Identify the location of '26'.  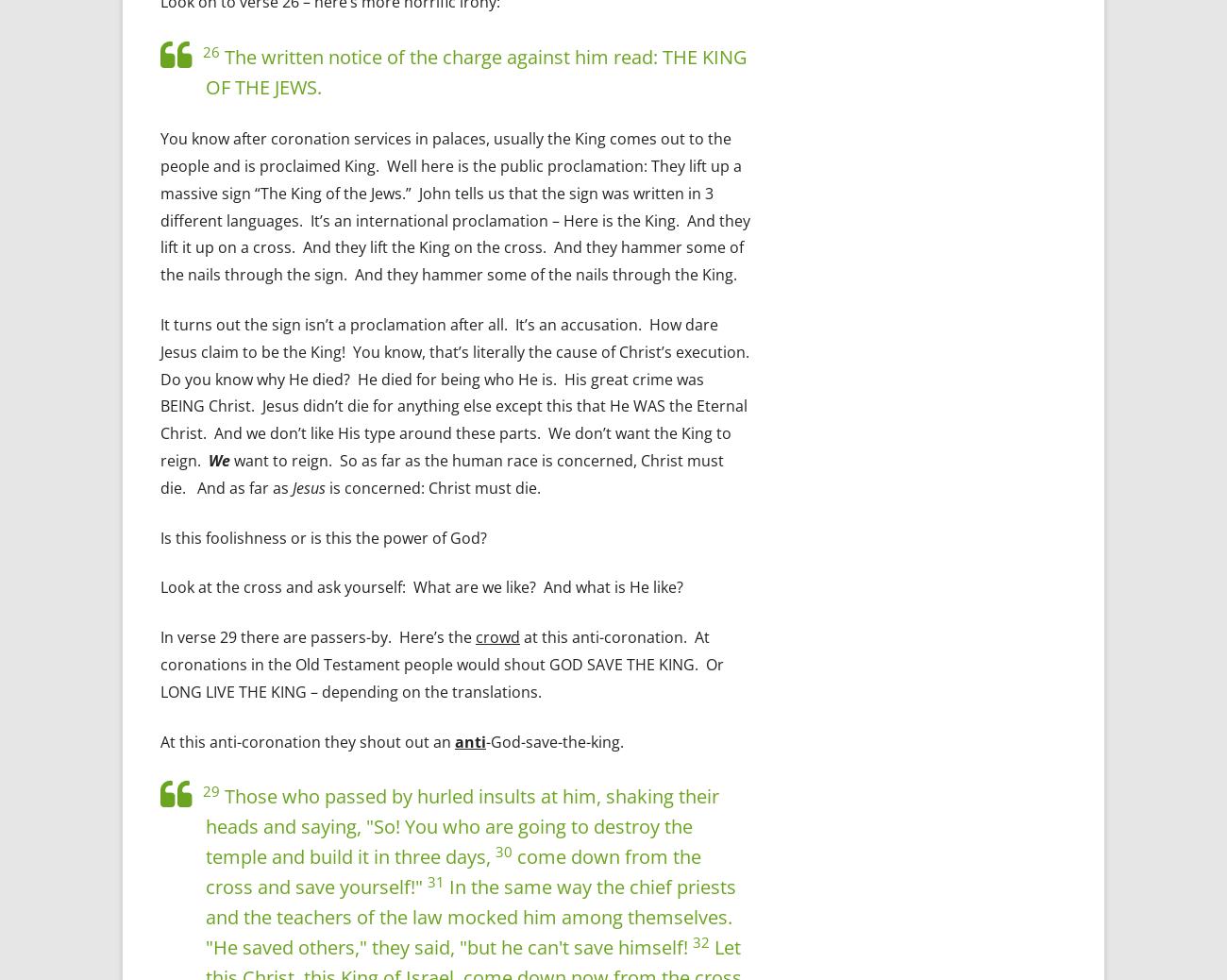
(210, 49).